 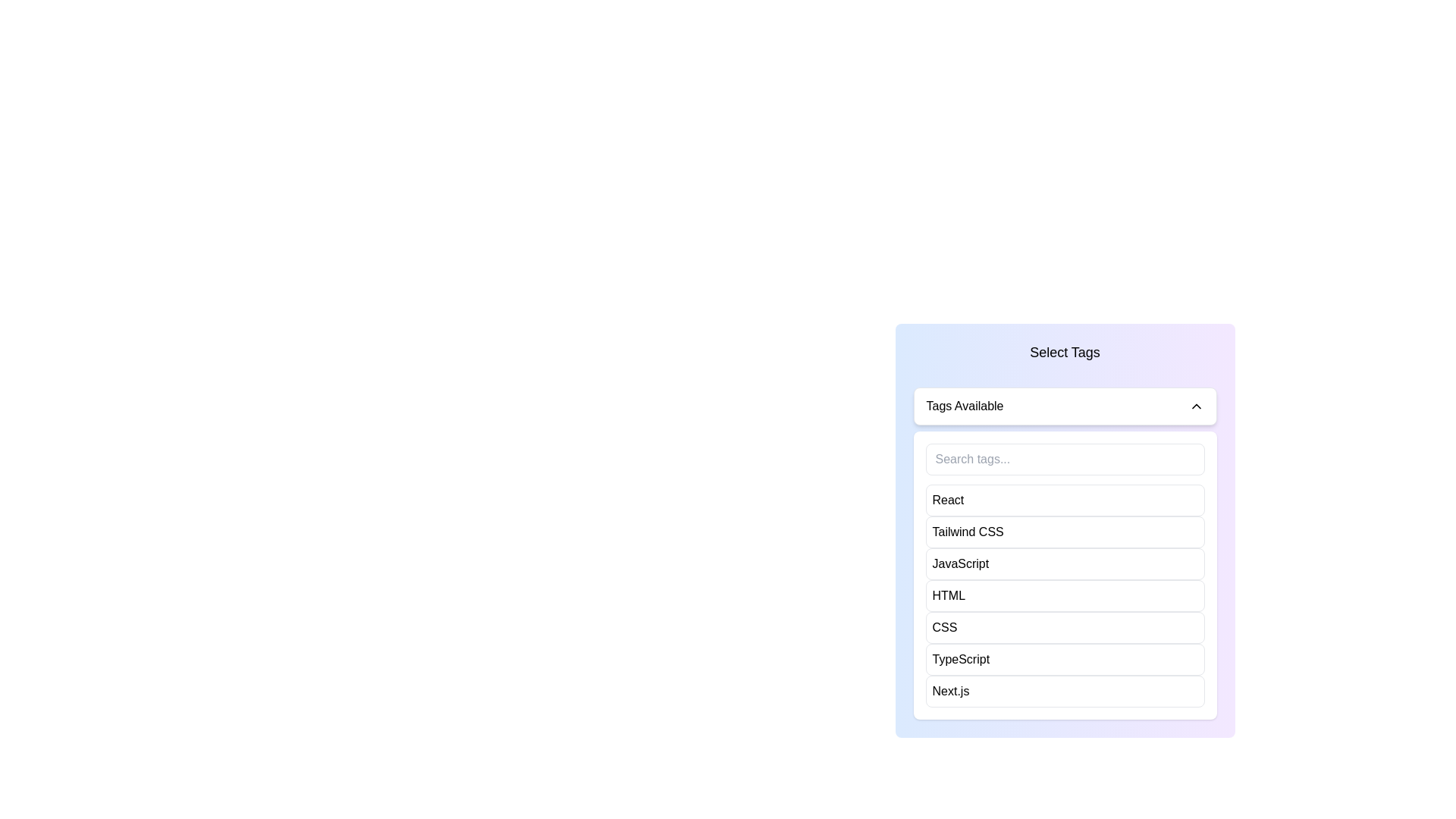 What do you see at coordinates (1064, 595) in the screenshot?
I see `the selectable list item for 'HTML'` at bounding box center [1064, 595].